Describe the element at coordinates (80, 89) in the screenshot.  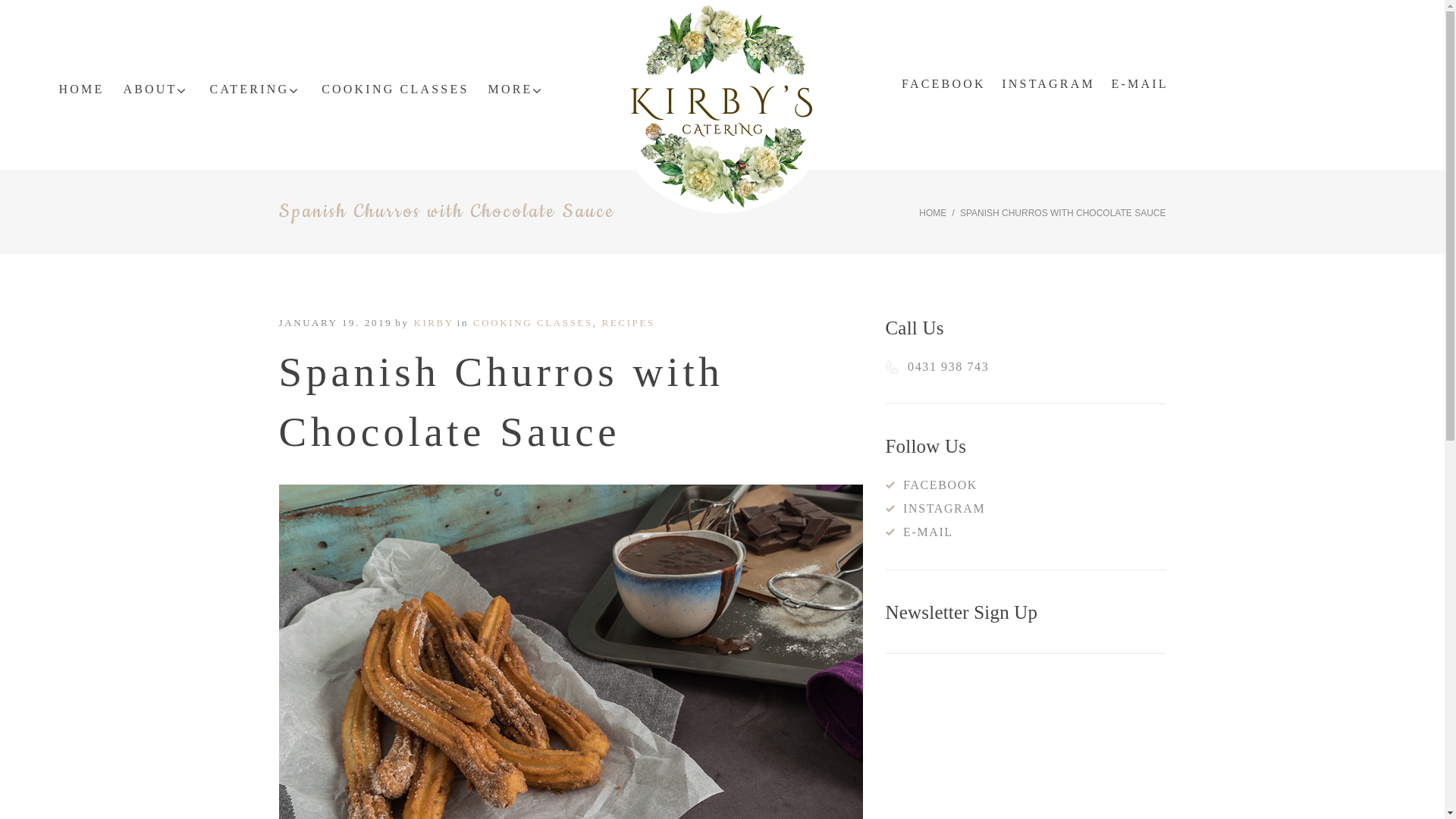
I see `'HOME'` at that location.